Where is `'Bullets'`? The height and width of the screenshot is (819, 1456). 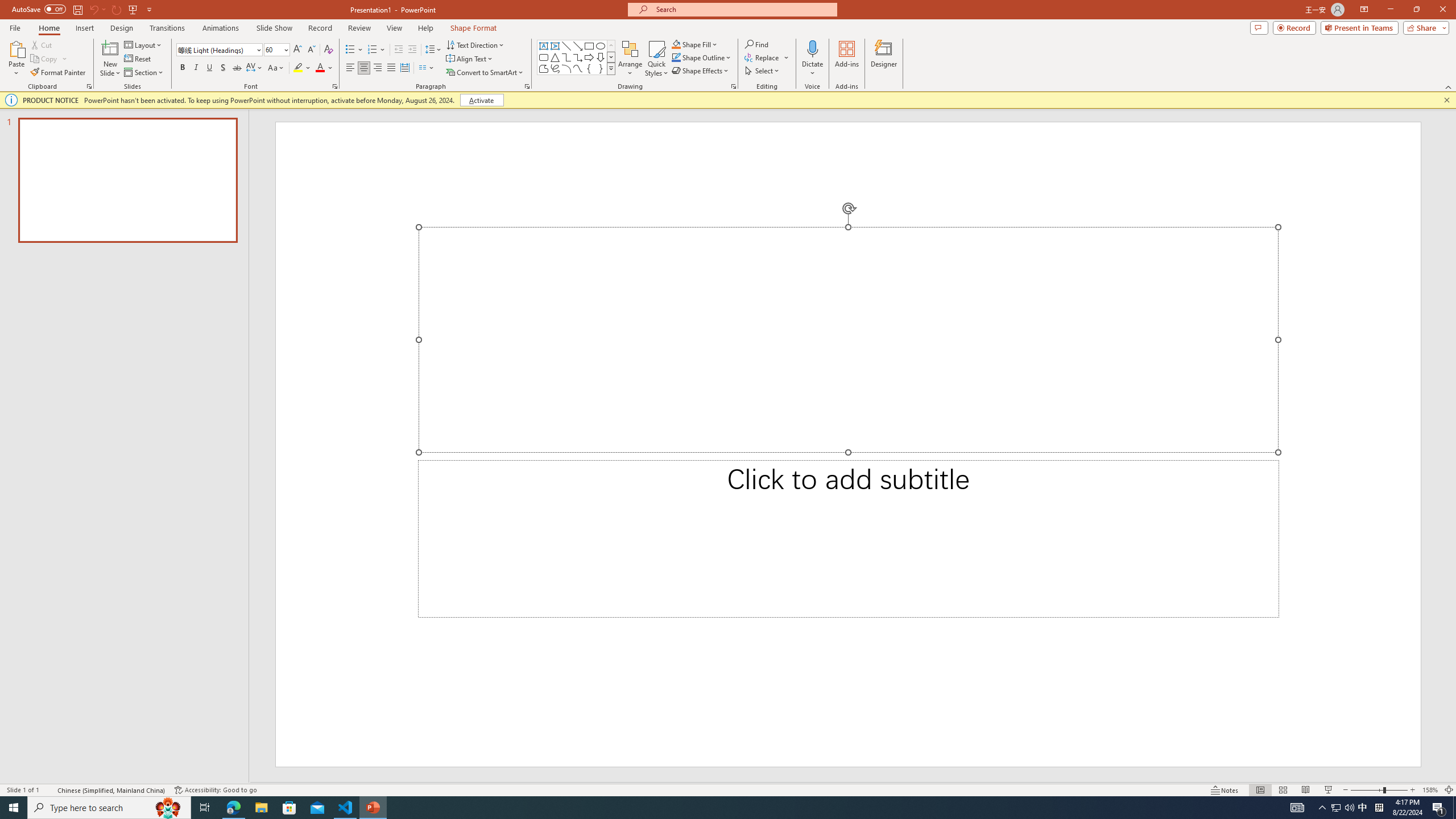 'Bullets' is located at coordinates (350, 49).